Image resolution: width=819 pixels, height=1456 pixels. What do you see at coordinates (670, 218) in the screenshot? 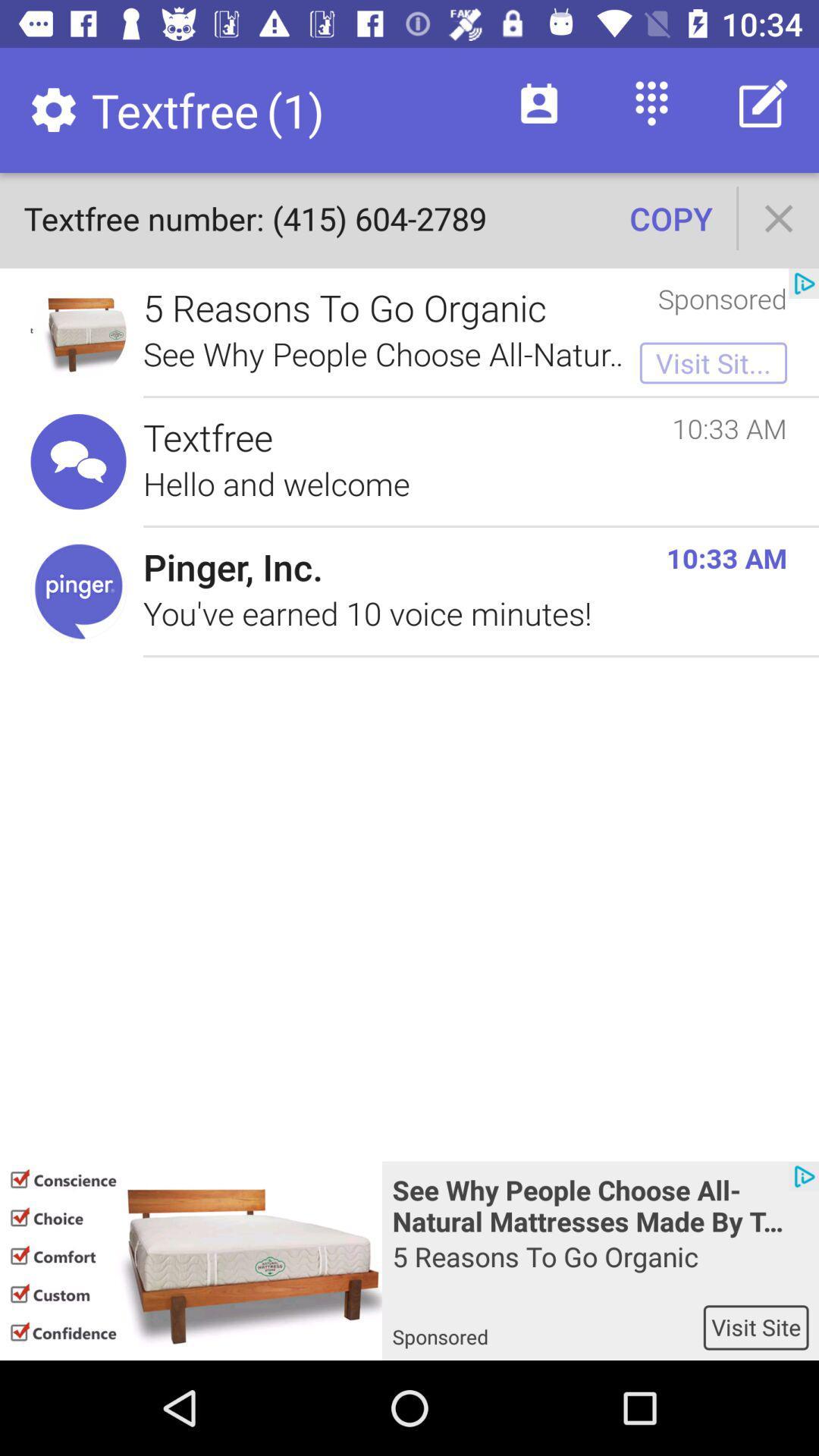
I see `icon above sponsored` at bounding box center [670, 218].